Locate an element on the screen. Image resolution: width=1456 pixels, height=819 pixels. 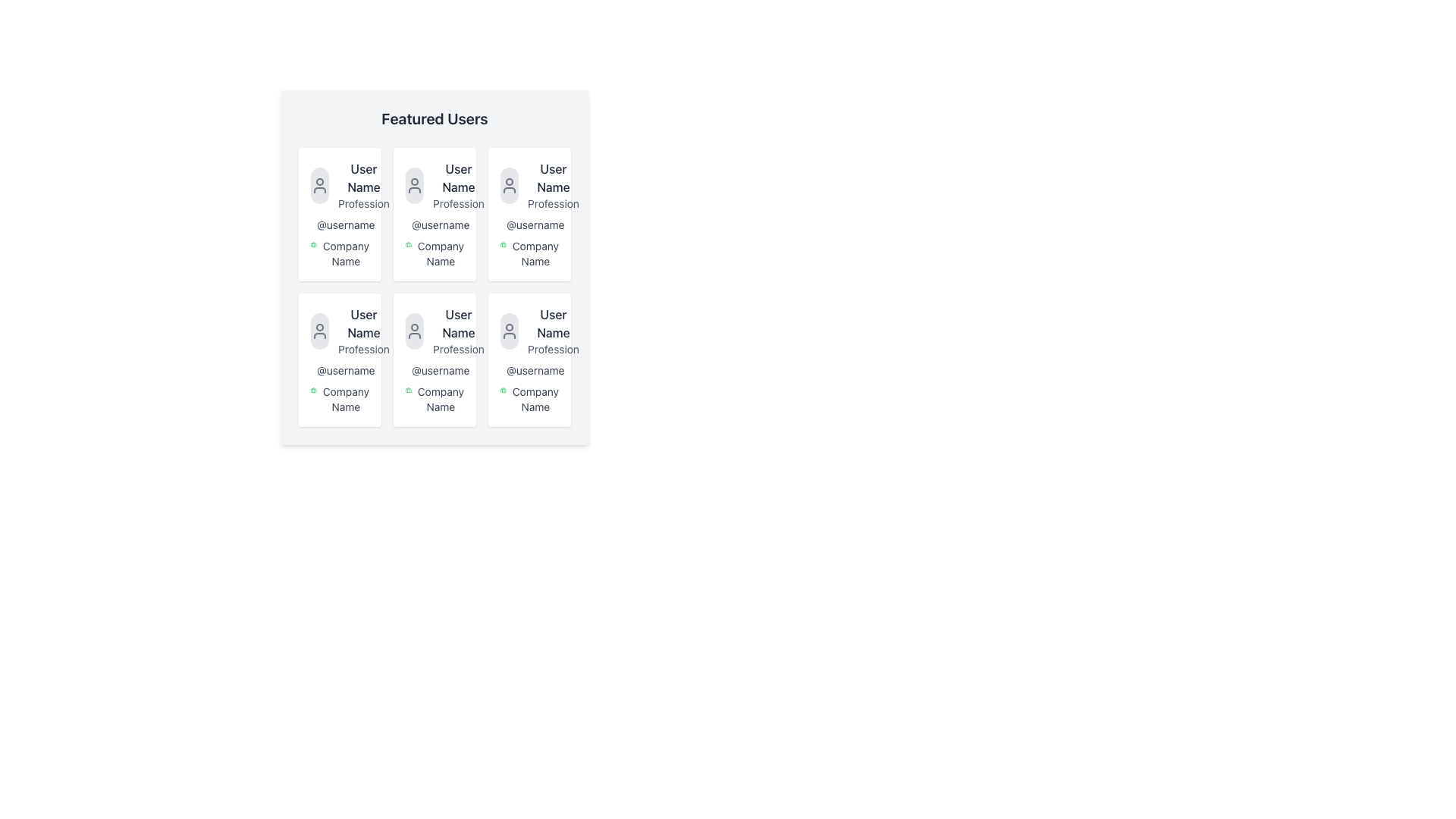
the SVG icon representing a user silhouette, which is the first icon in the top-left corner of the user profile grid is located at coordinates (319, 185).